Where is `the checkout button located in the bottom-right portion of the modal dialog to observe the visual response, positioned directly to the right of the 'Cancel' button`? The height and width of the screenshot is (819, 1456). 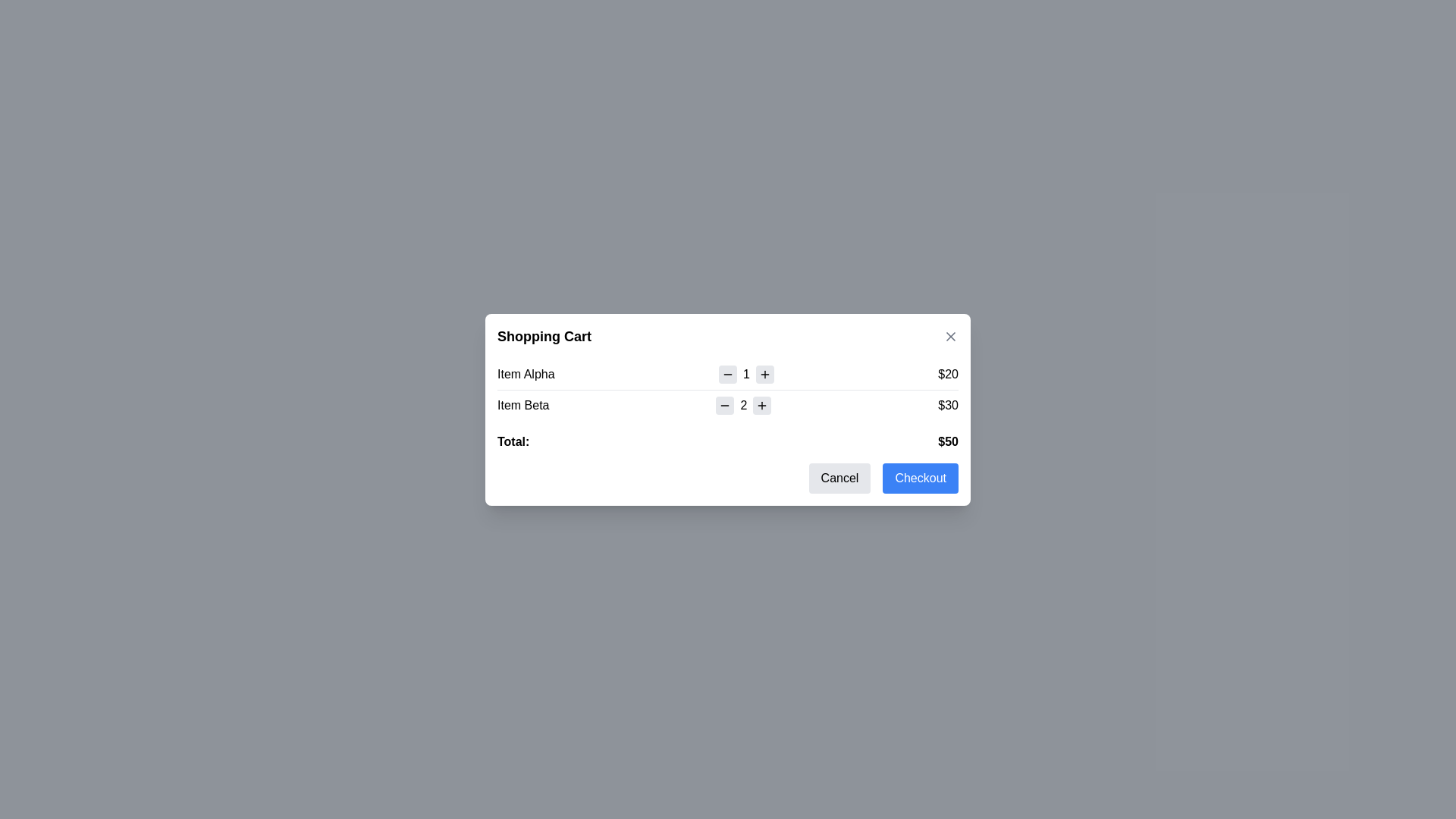 the checkout button located in the bottom-right portion of the modal dialog to observe the visual response, positioned directly to the right of the 'Cancel' button is located at coordinates (920, 478).